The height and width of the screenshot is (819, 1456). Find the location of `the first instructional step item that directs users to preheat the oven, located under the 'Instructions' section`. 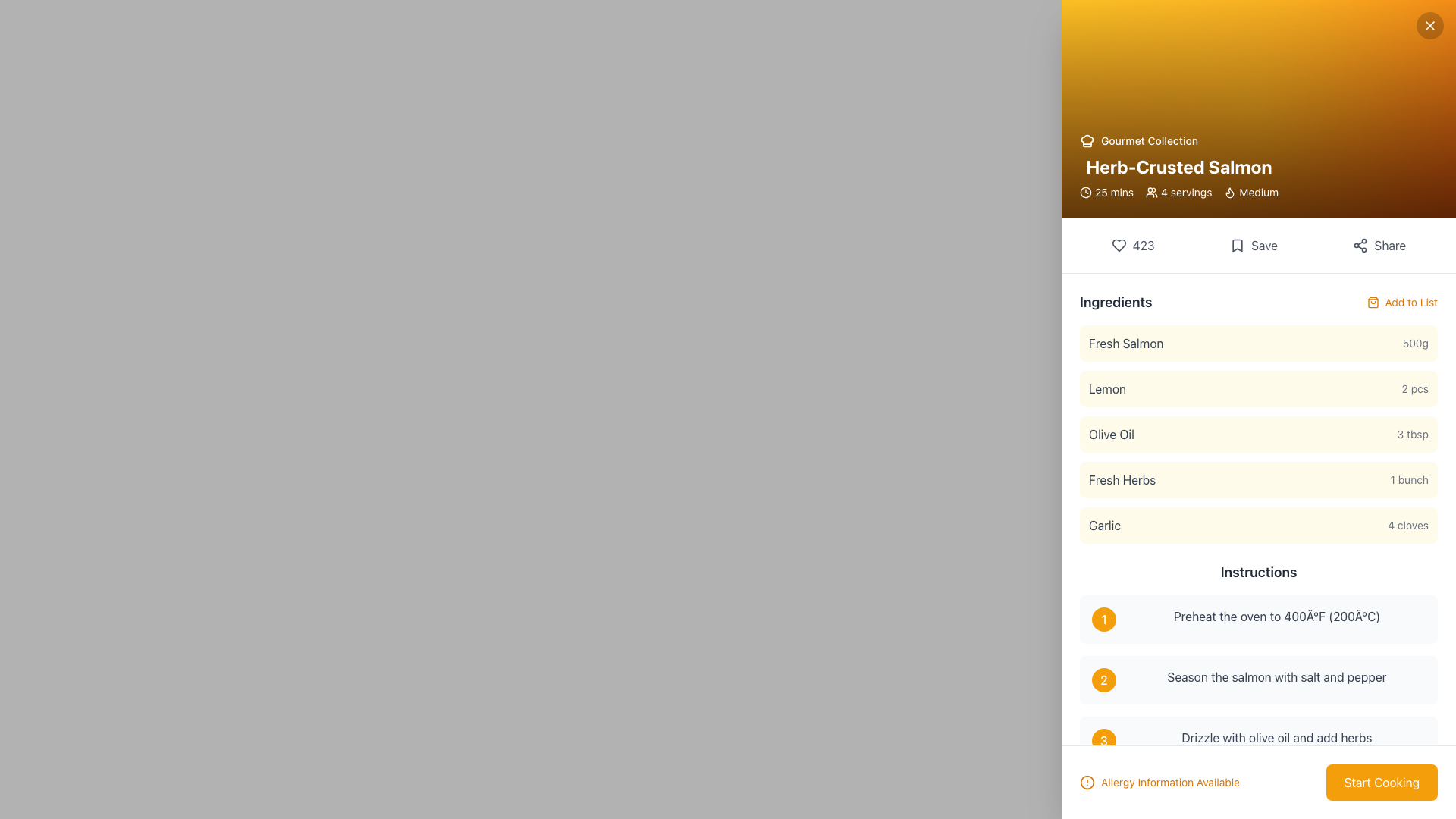

the first instructional step item that directs users to preheat the oven, located under the 'Instructions' section is located at coordinates (1259, 620).